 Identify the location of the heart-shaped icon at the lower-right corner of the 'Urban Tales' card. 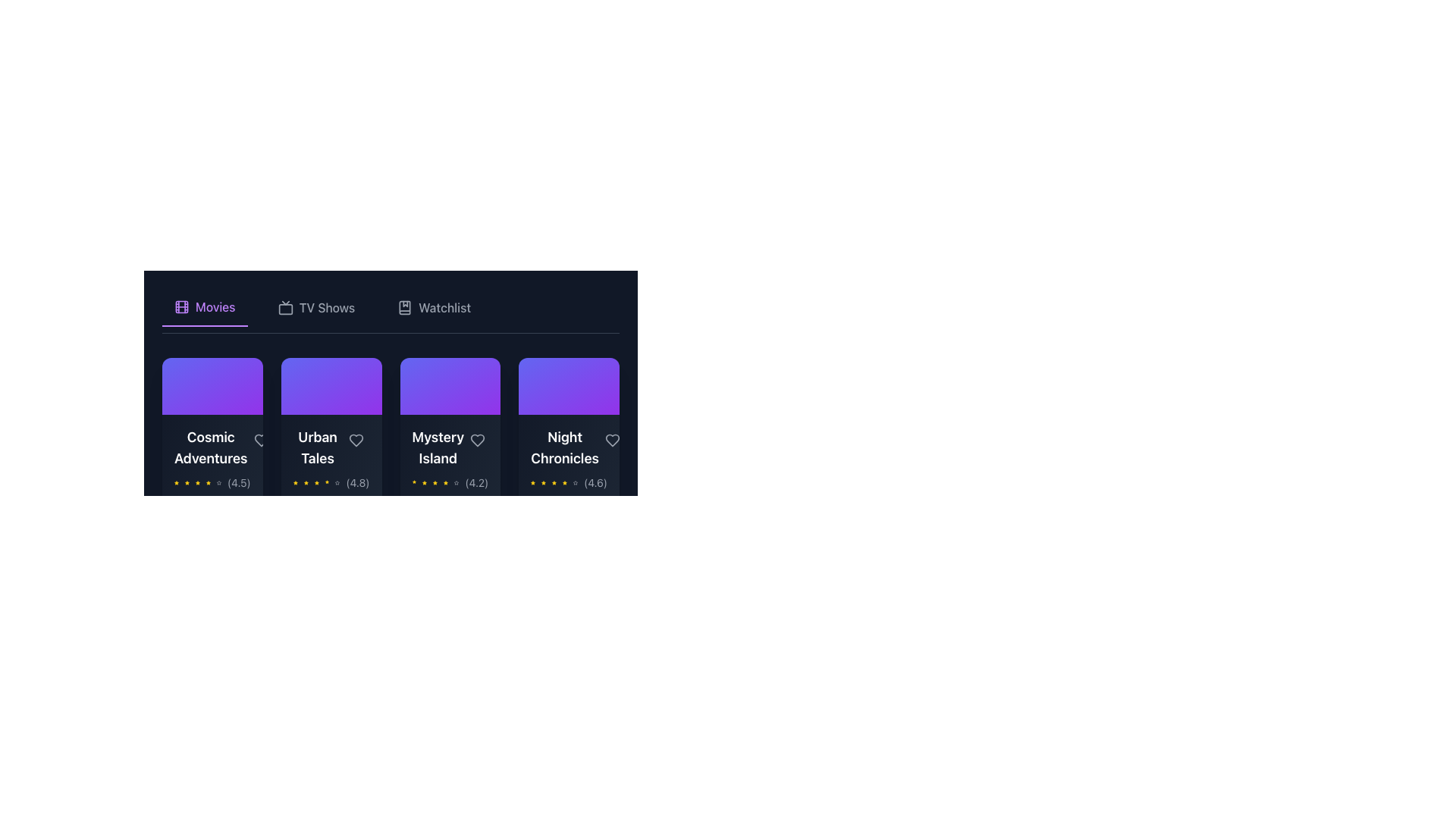
(355, 440).